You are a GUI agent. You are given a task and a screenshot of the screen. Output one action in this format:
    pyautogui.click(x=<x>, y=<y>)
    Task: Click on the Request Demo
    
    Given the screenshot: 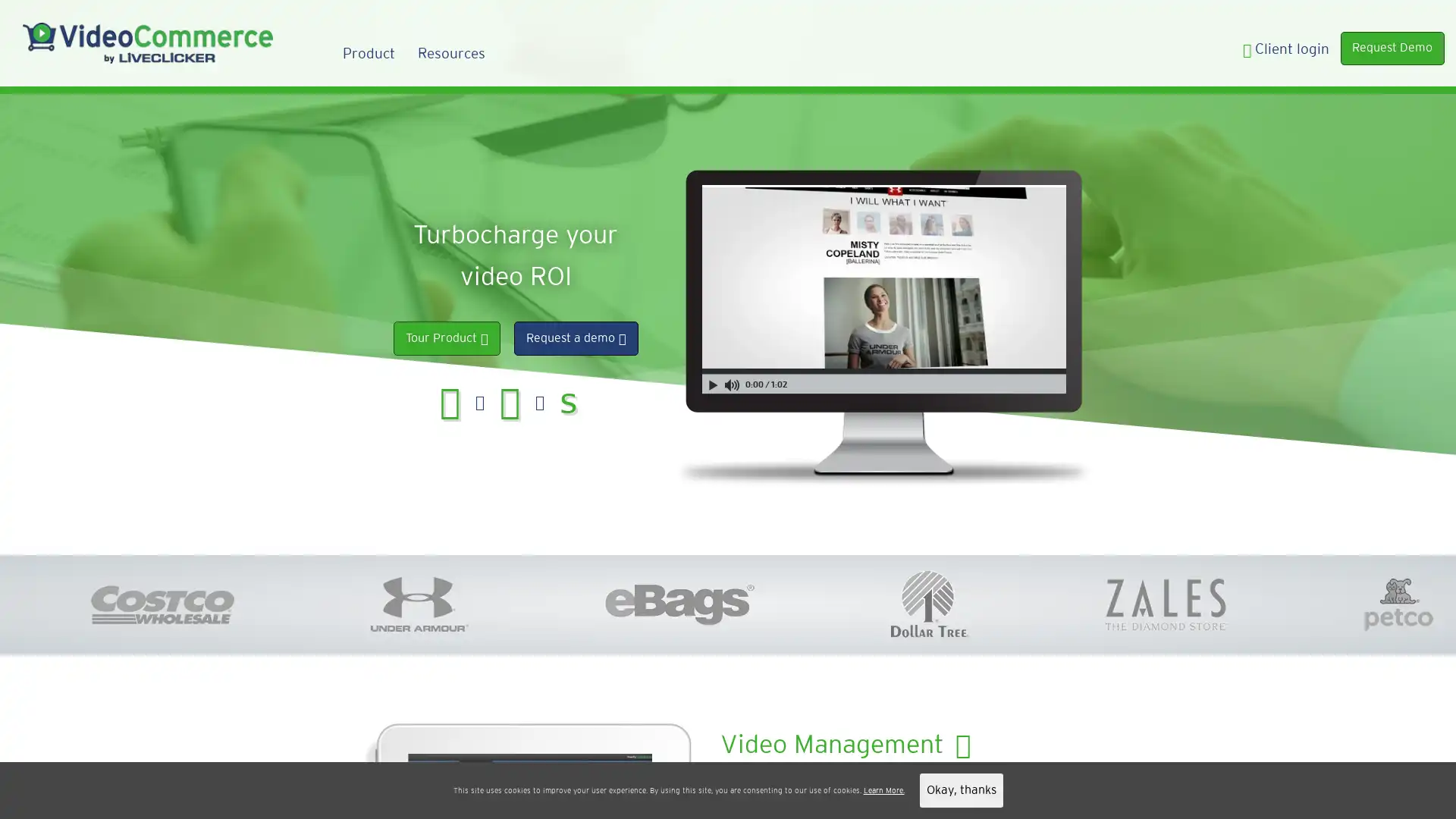 What is the action you would take?
    pyautogui.click(x=1392, y=47)
    